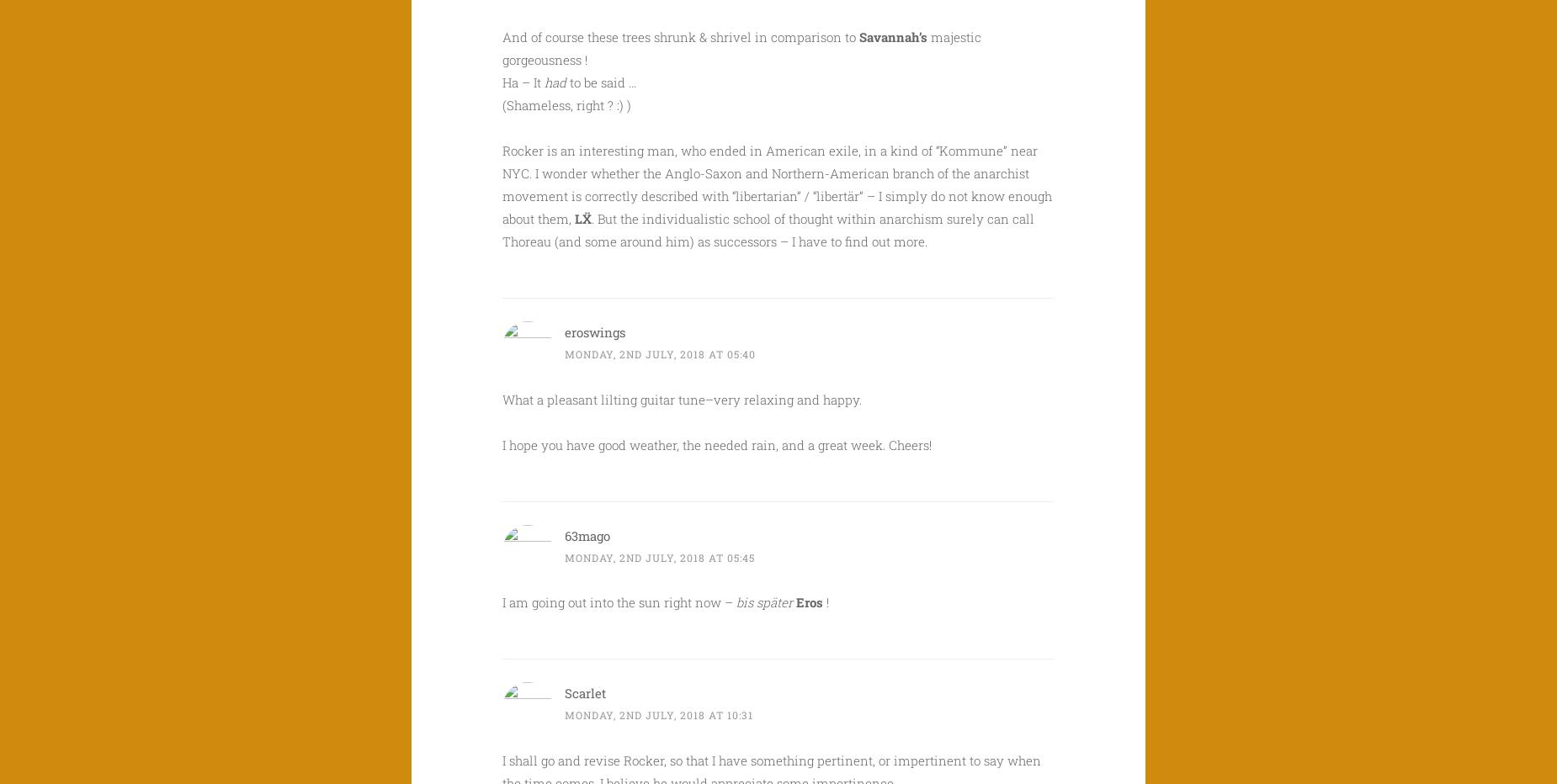  What do you see at coordinates (764, 601) in the screenshot?
I see `'bis später'` at bounding box center [764, 601].